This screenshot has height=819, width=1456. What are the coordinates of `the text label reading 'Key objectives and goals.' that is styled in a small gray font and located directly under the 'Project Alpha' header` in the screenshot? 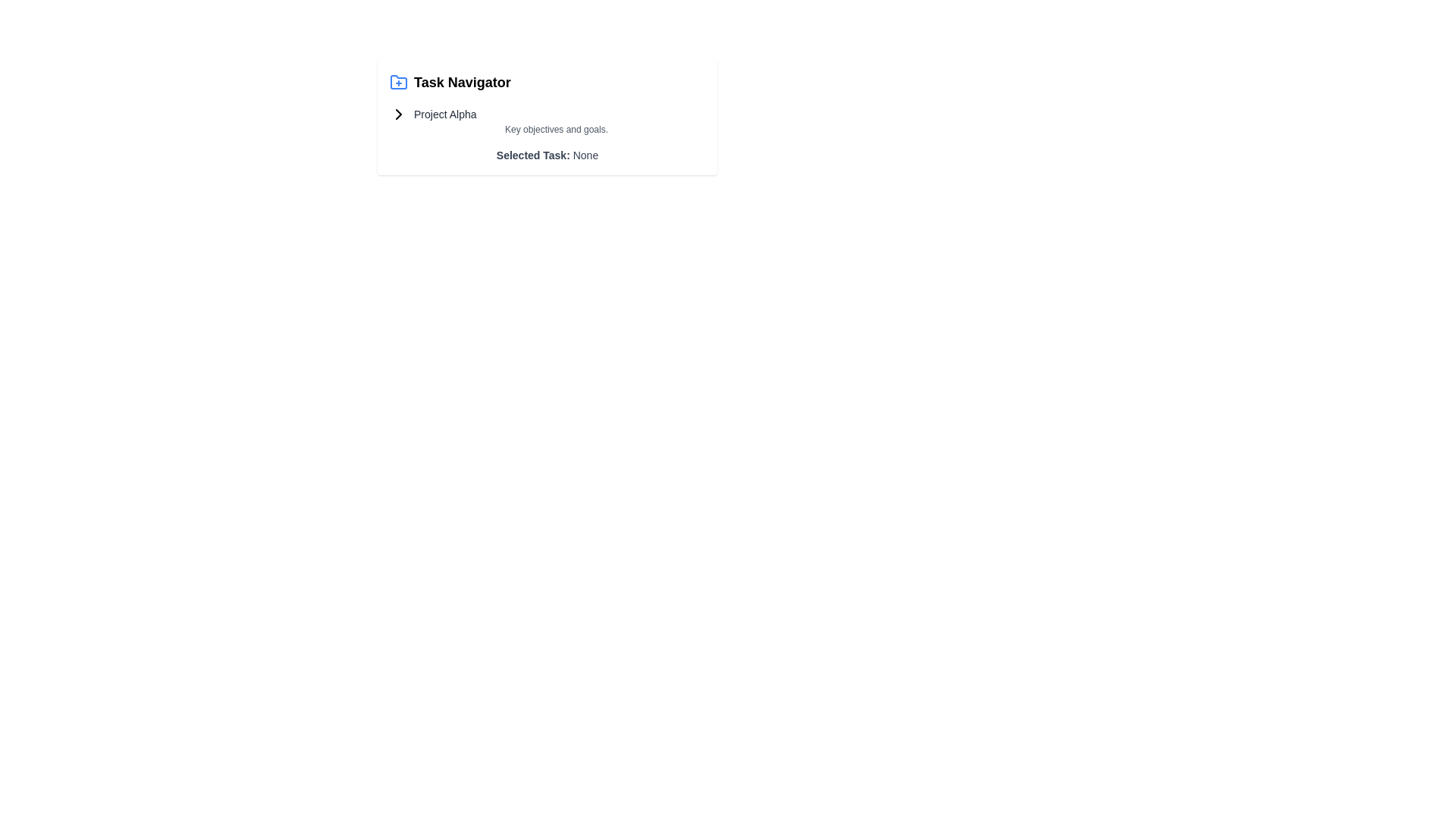 It's located at (556, 128).